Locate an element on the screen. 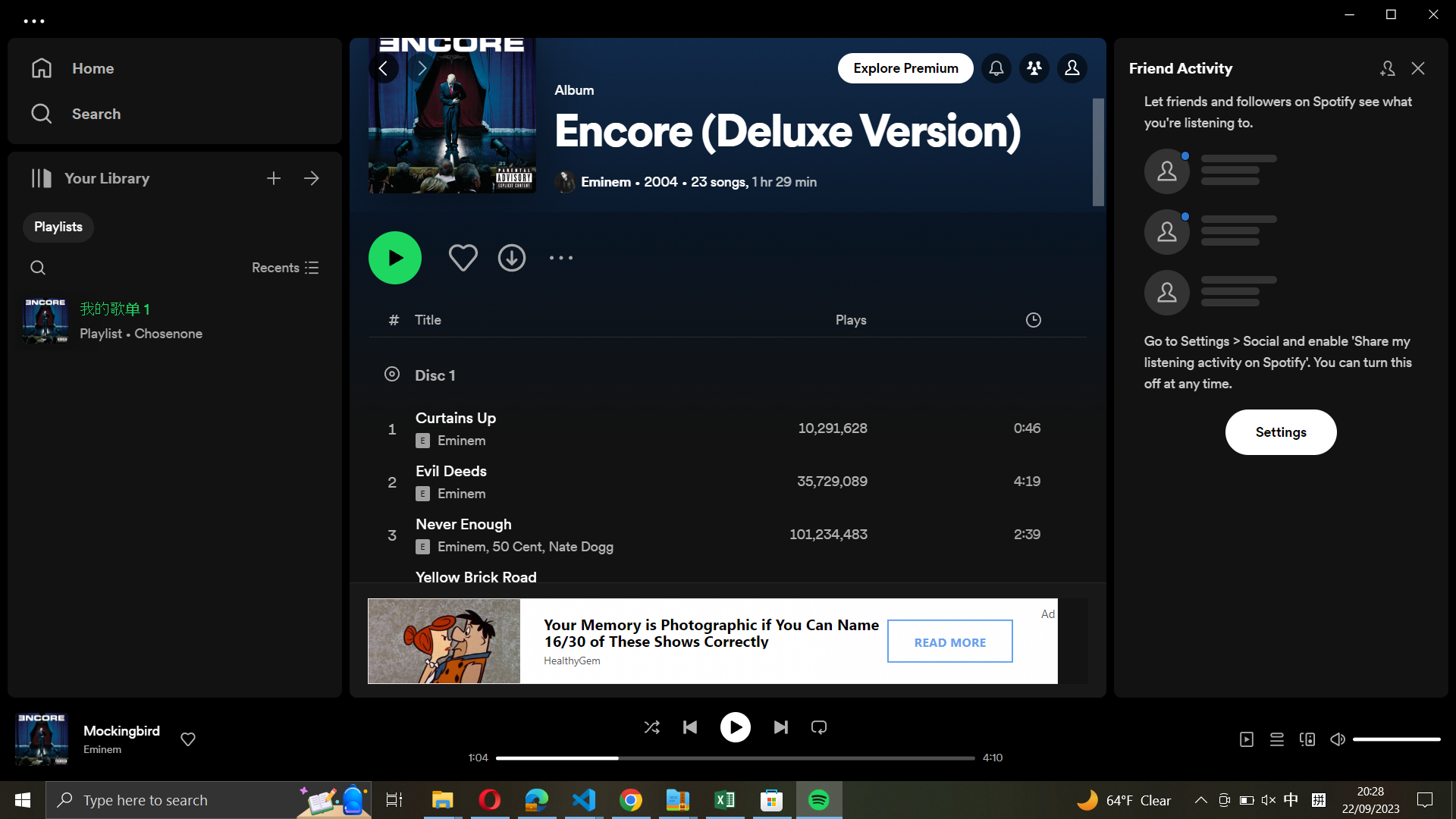  Incorporate more friends is located at coordinates (1386, 66).